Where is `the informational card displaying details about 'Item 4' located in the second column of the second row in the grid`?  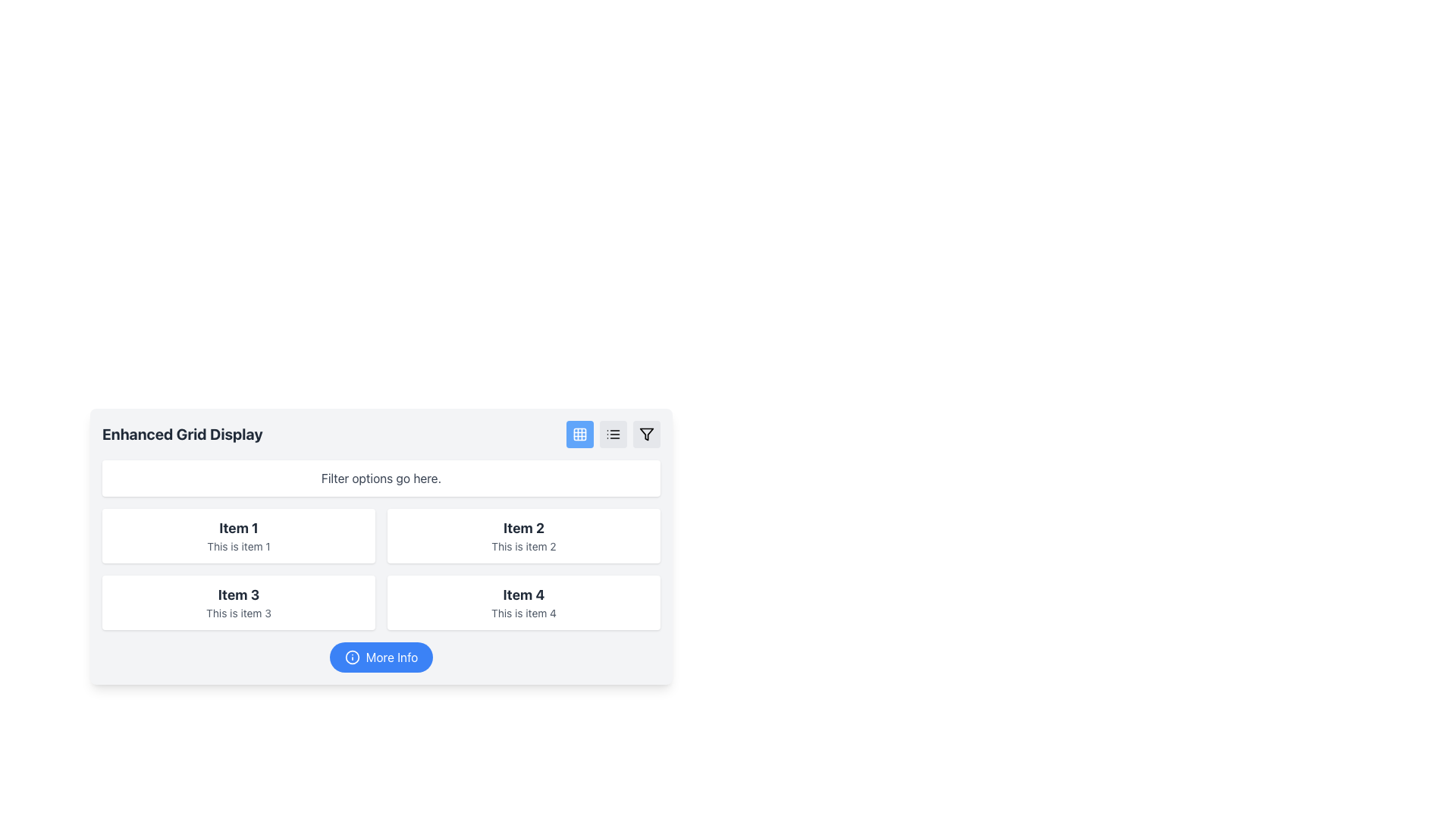 the informational card displaying details about 'Item 4' located in the second column of the second row in the grid is located at coordinates (524, 601).